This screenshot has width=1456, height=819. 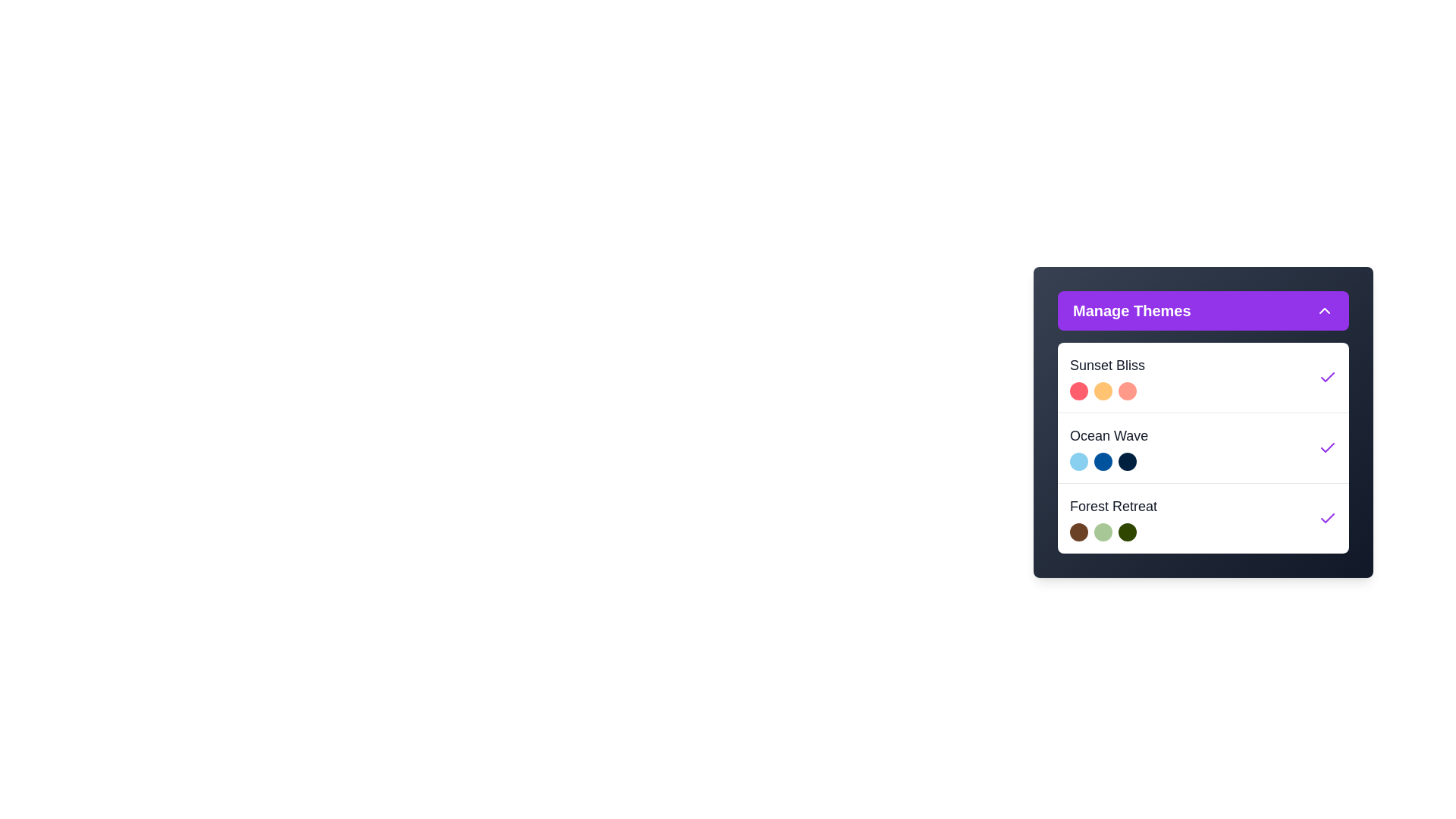 I want to click on the theme Ocean Wave by clicking its checkmark, so click(x=1327, y=447).